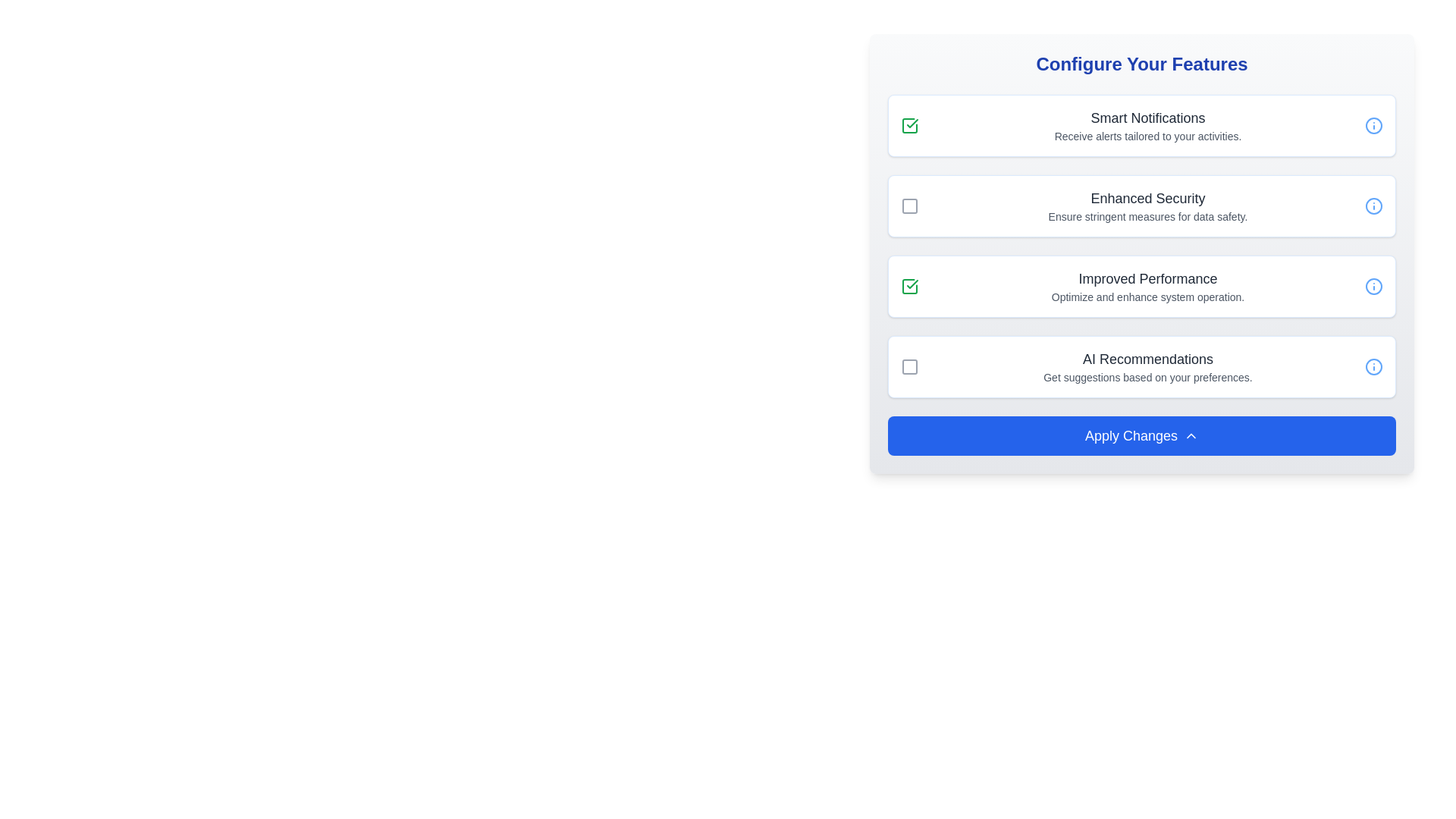 Image resolution: width=1456 pixels, height=819 pixels. Describe the element at coordinates (910, 366) in the screenshot. I see `the checkbox for 'AI Recommendations'` at that location.